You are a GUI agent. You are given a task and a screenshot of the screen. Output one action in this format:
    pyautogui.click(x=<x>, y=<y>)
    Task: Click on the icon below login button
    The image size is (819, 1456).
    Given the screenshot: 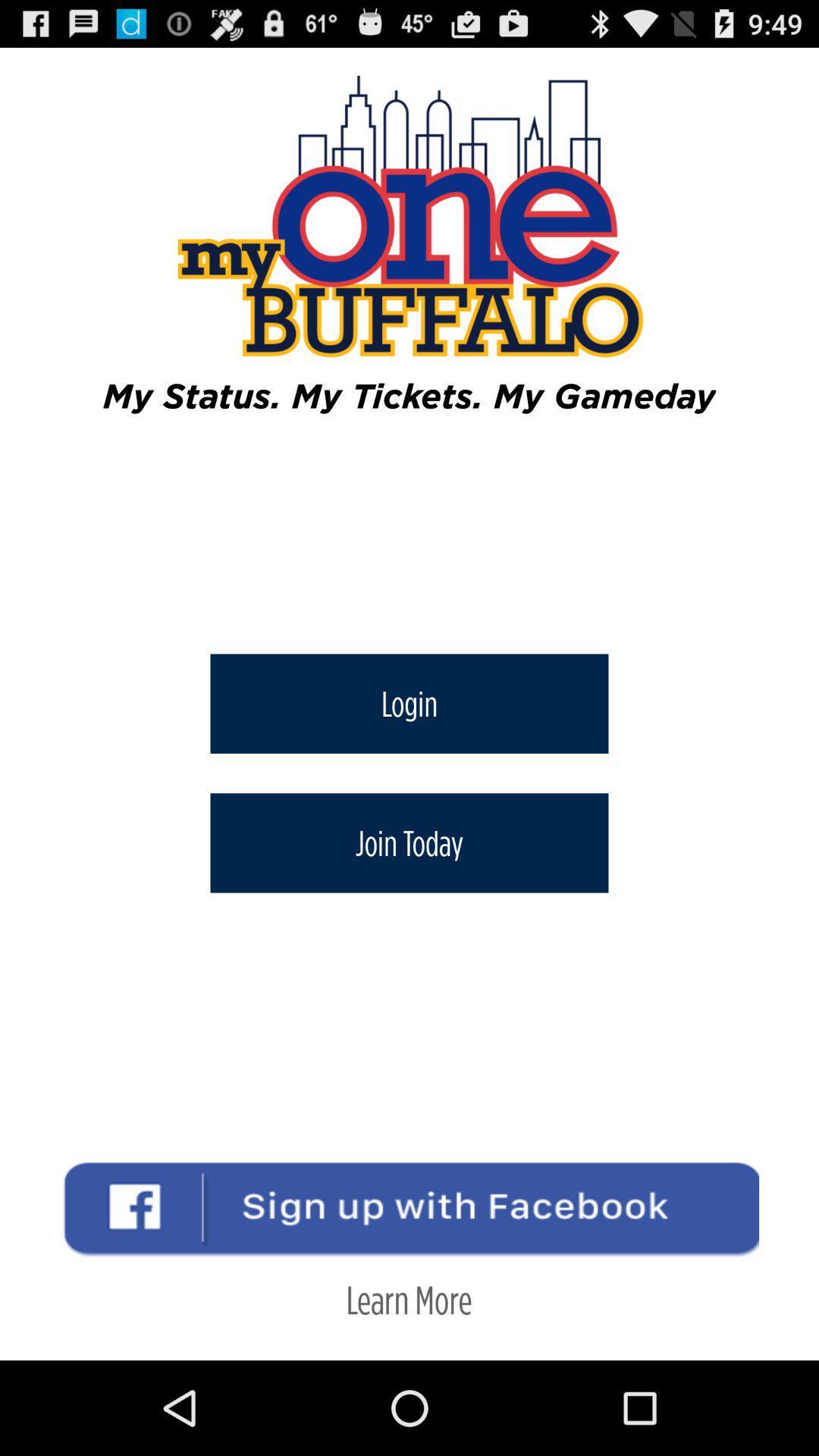 What is the action you would take?
    pyautogui.click(x=409, y=842)
    